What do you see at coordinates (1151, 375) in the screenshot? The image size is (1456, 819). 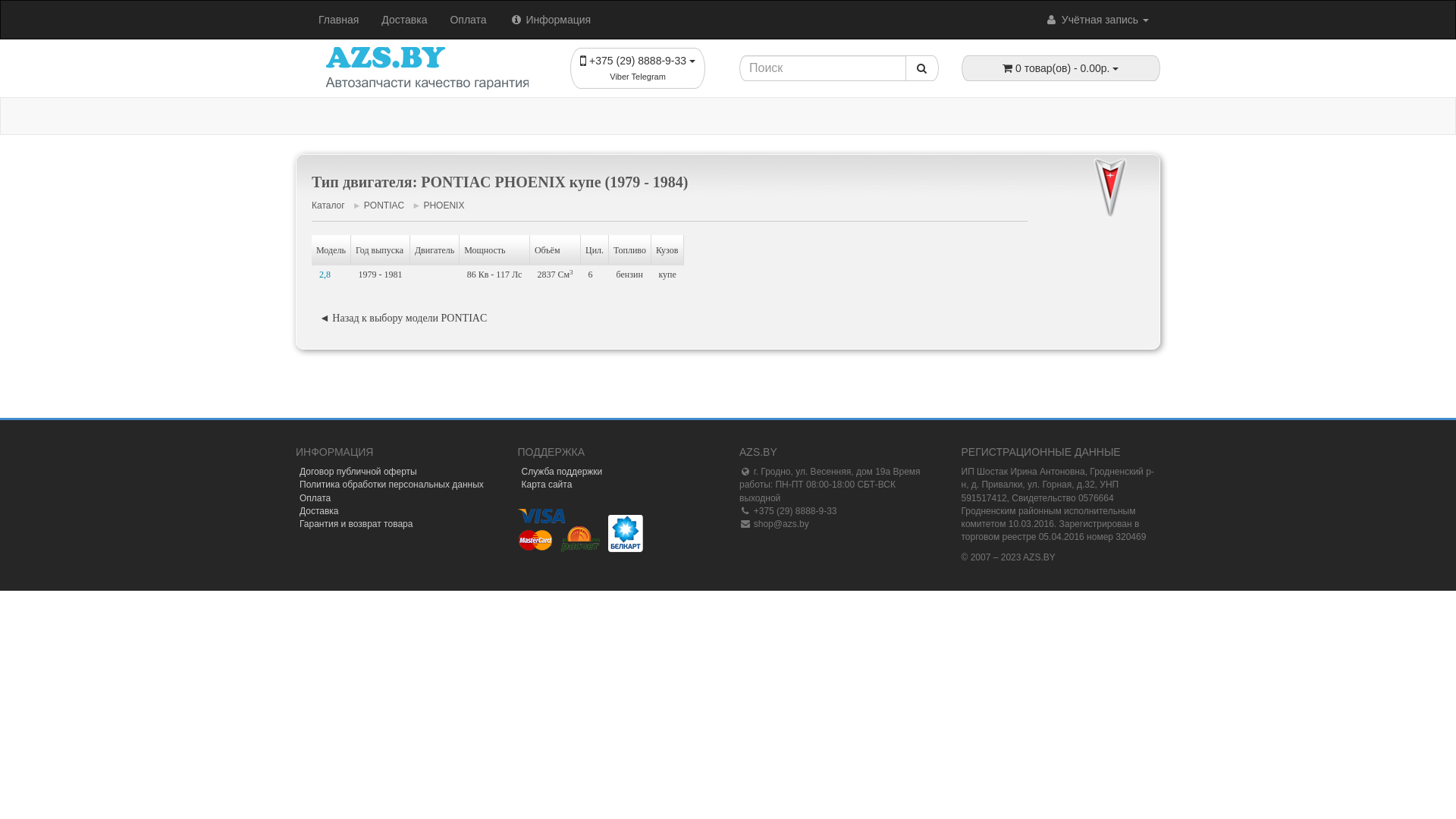 I see `' '` at bounding box center [1151, 375].